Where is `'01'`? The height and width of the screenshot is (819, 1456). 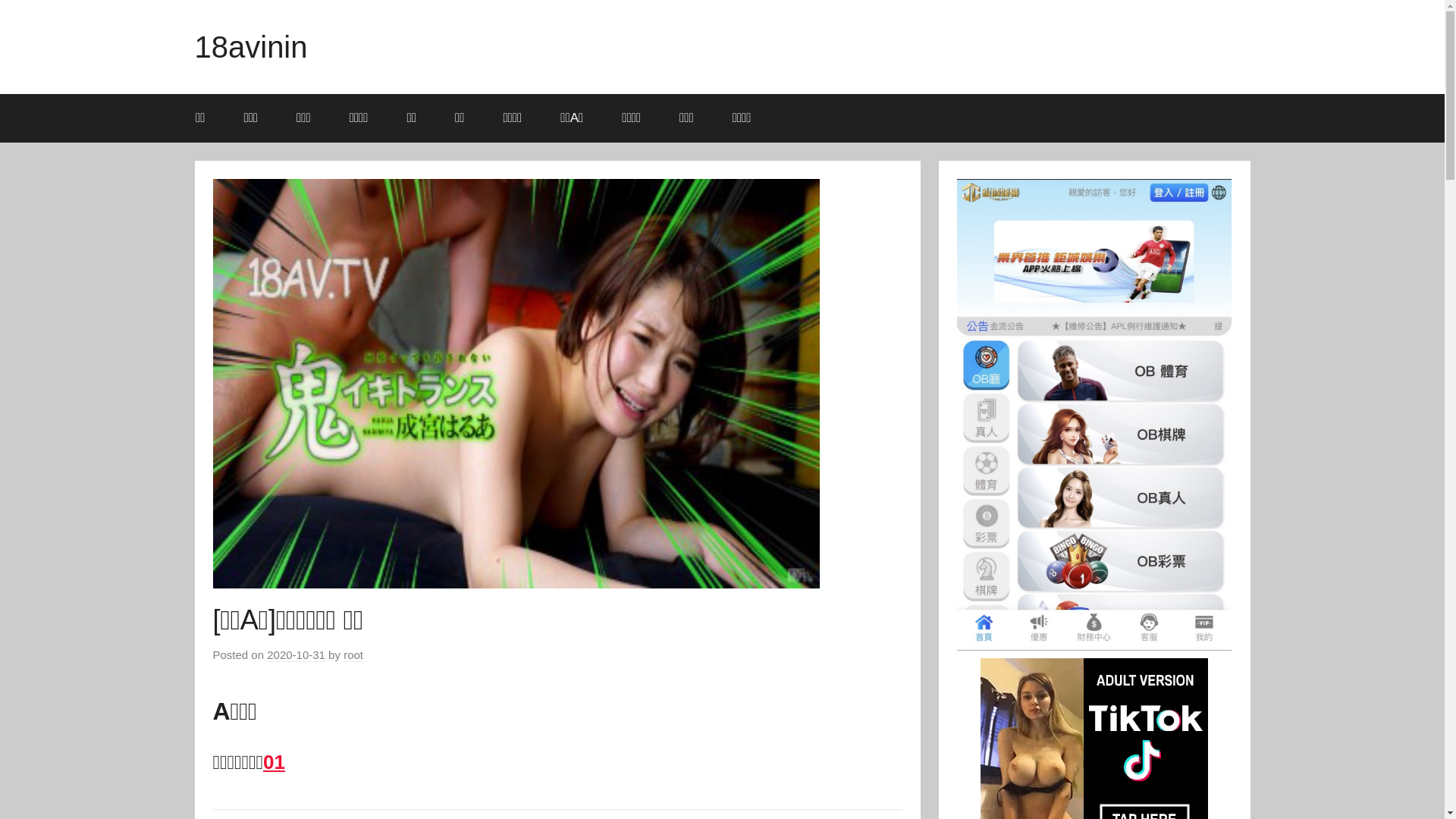
'01' is located at coordinates (274, 762).